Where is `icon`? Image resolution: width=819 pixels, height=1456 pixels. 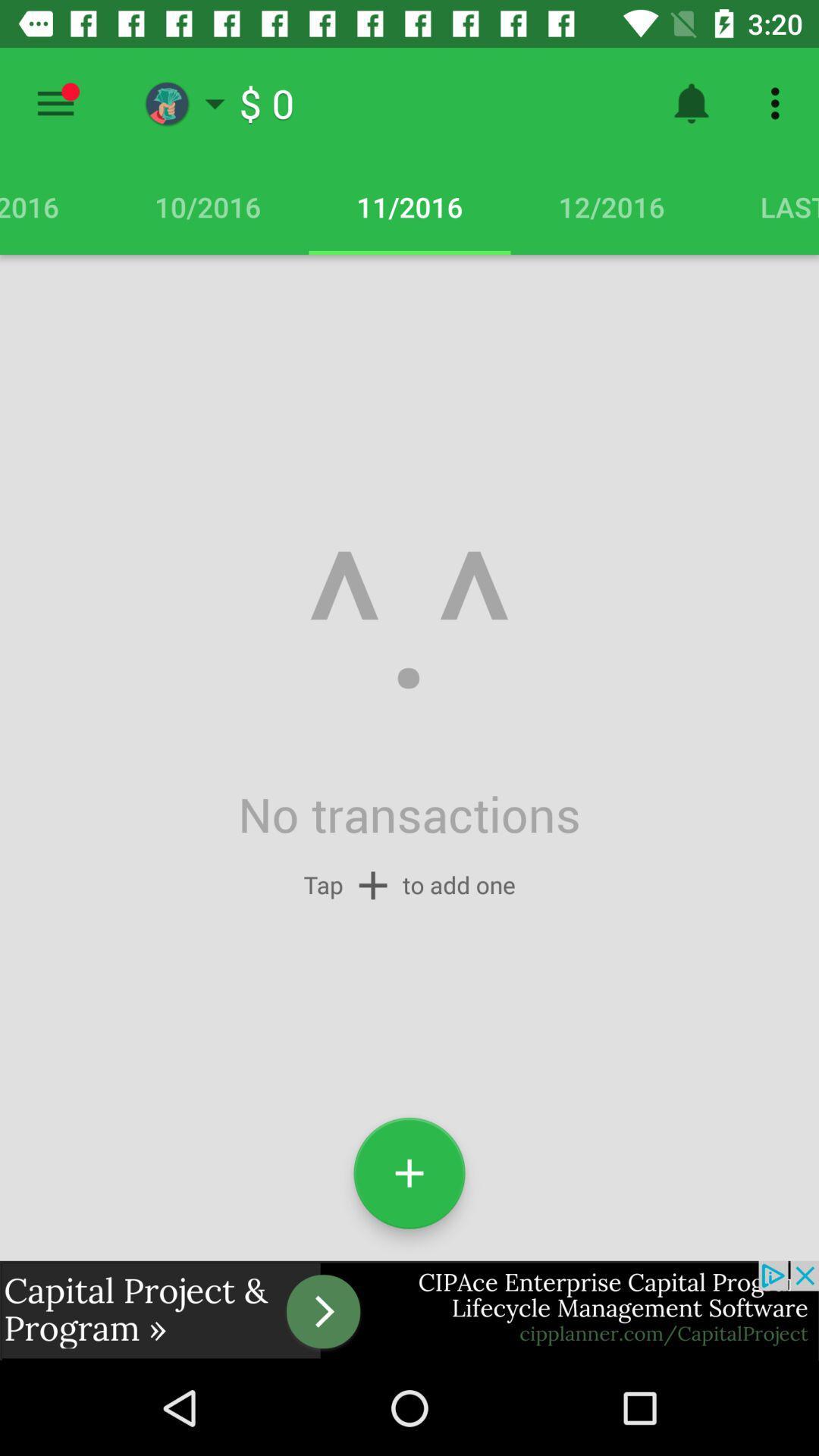
icon is located at coordinates (409, 1172).